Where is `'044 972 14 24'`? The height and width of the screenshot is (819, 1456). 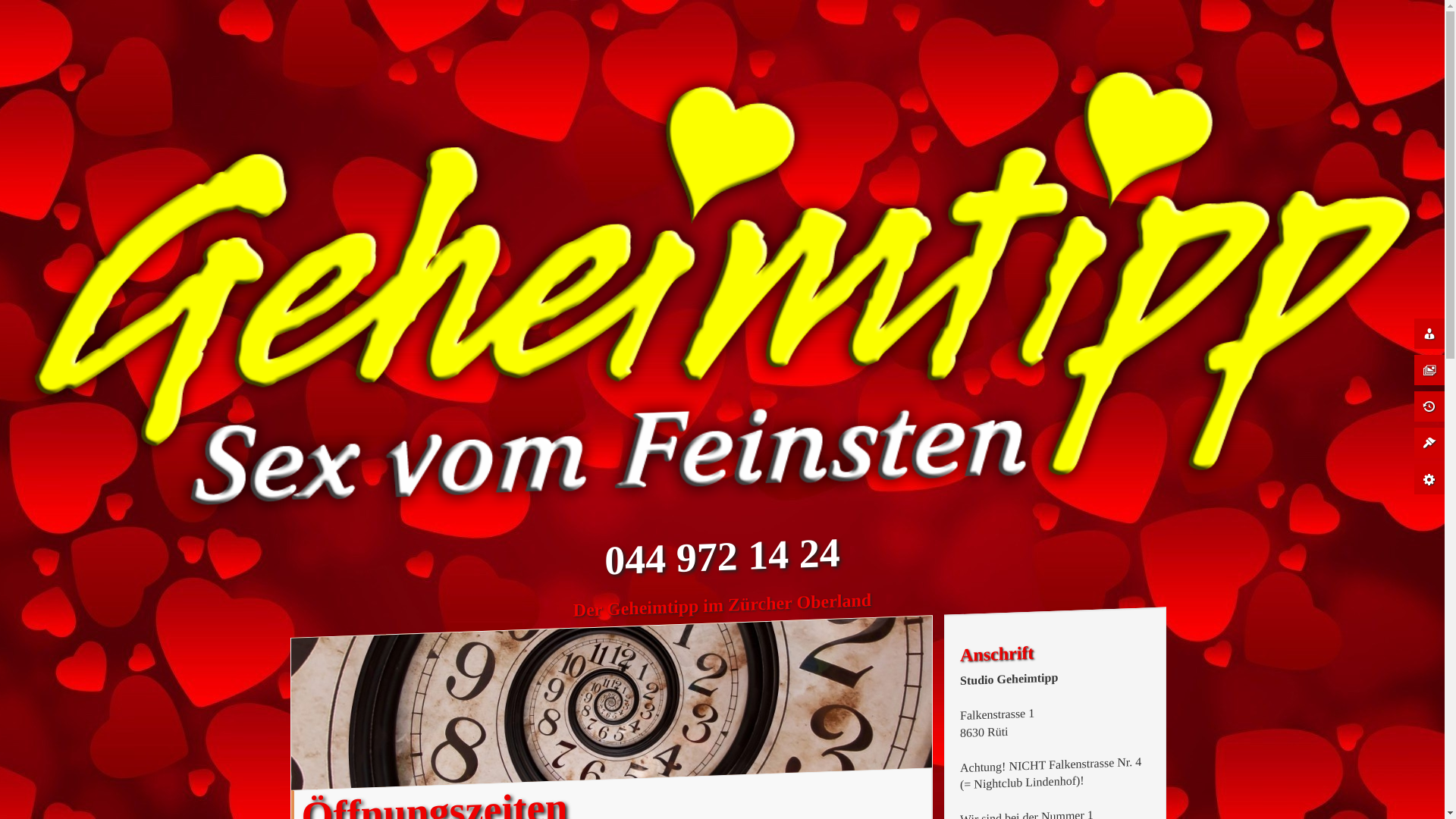
'044 972 14 24' is located at coordinates (721, 553).